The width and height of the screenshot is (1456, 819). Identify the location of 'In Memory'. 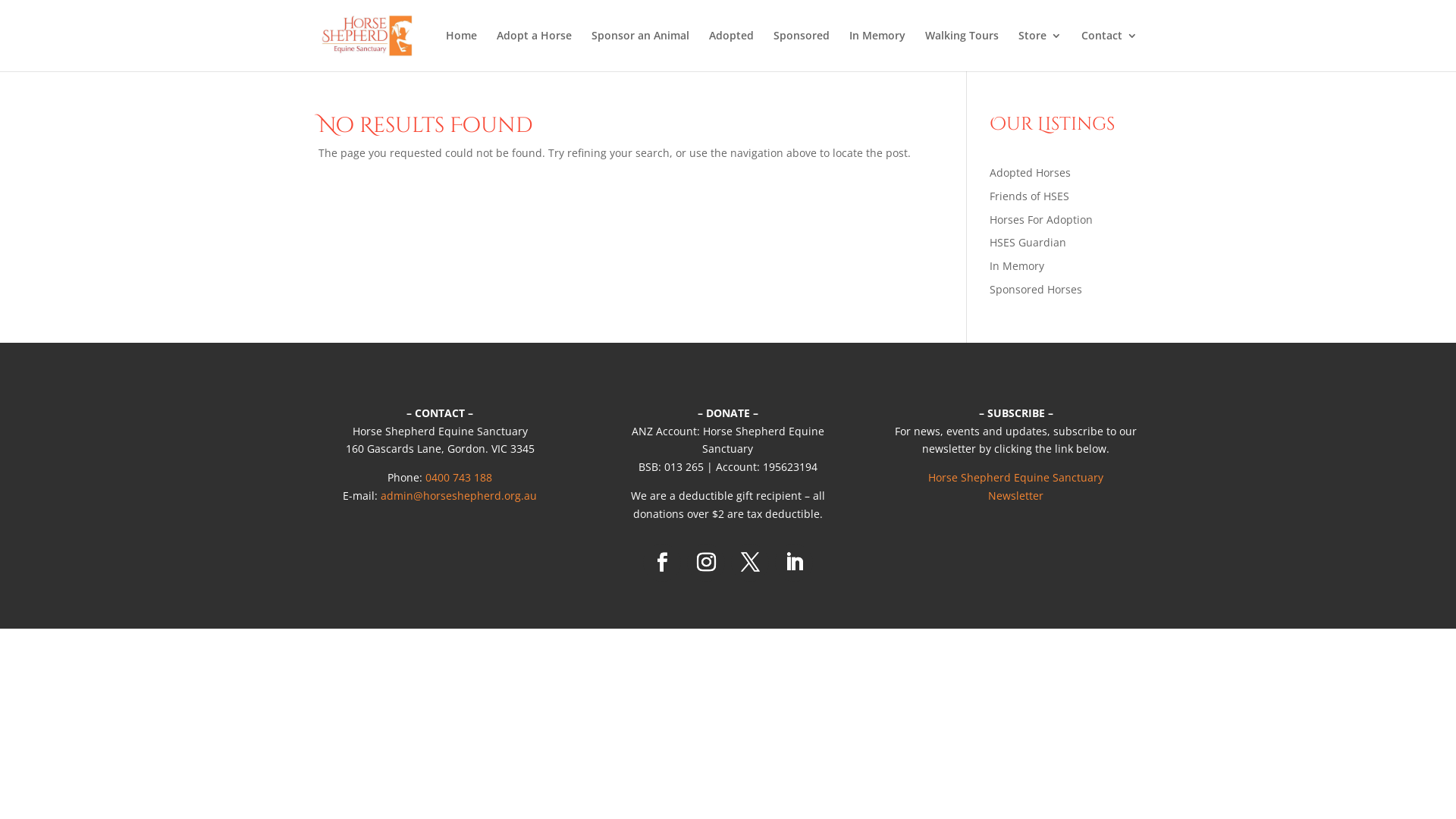
(1016, 265).